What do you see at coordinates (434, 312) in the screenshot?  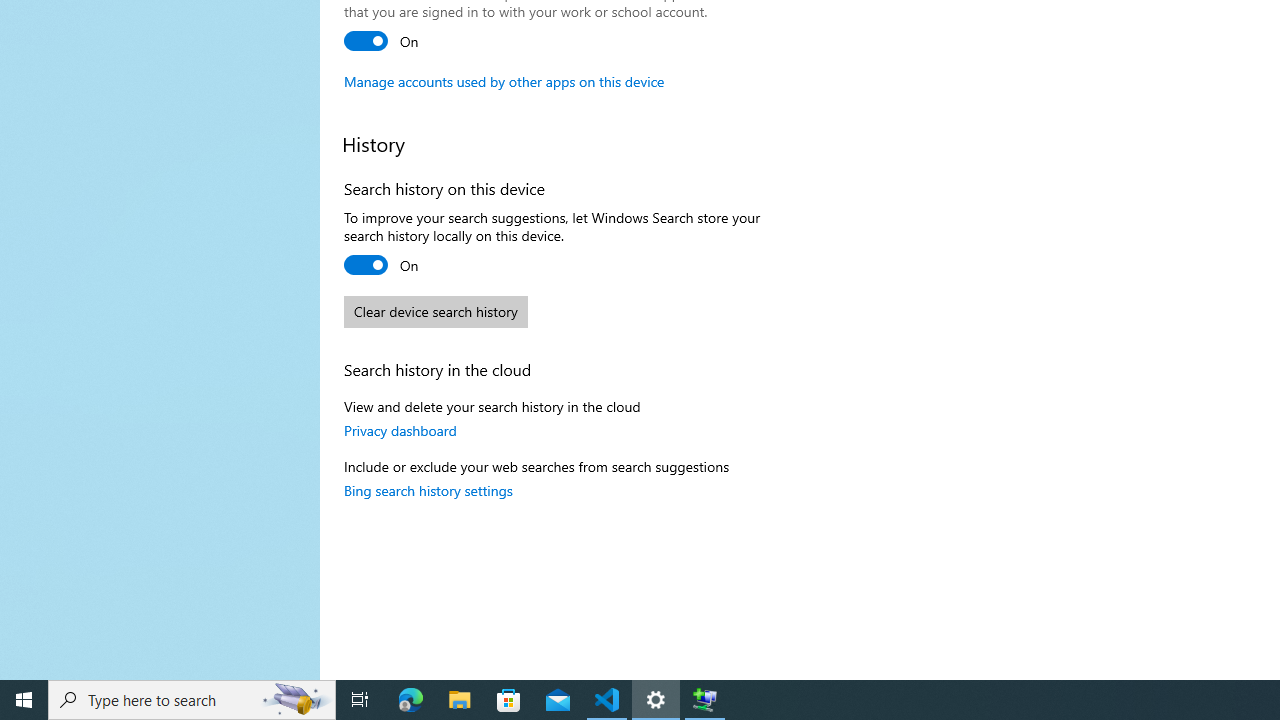 I see `'Clear device search history'` at bounding box center [434, 312].